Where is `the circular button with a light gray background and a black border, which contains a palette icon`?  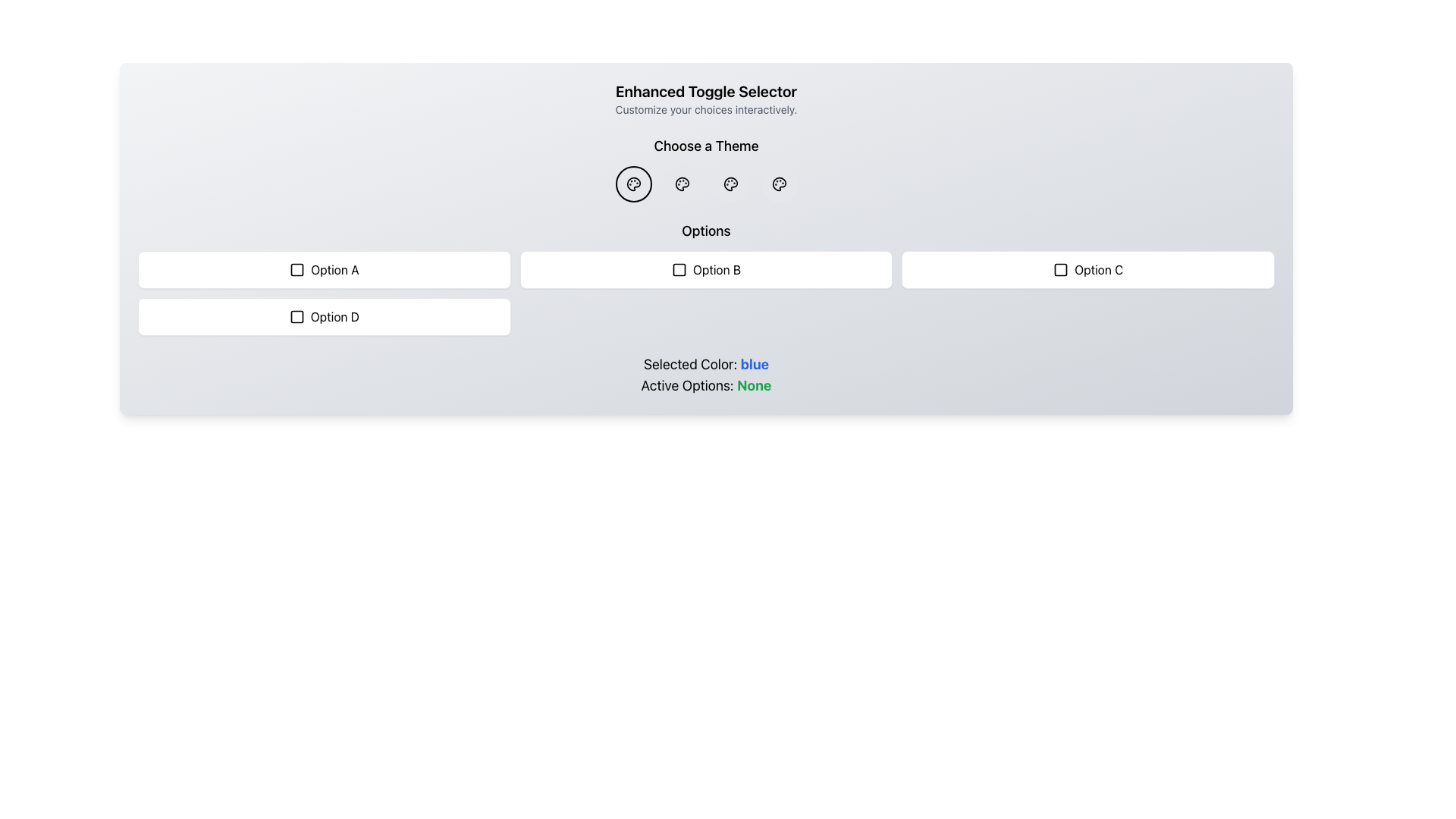 the circular button with a light gray background and a black border, which contains a palette icon is located at coordinates (779, 184).